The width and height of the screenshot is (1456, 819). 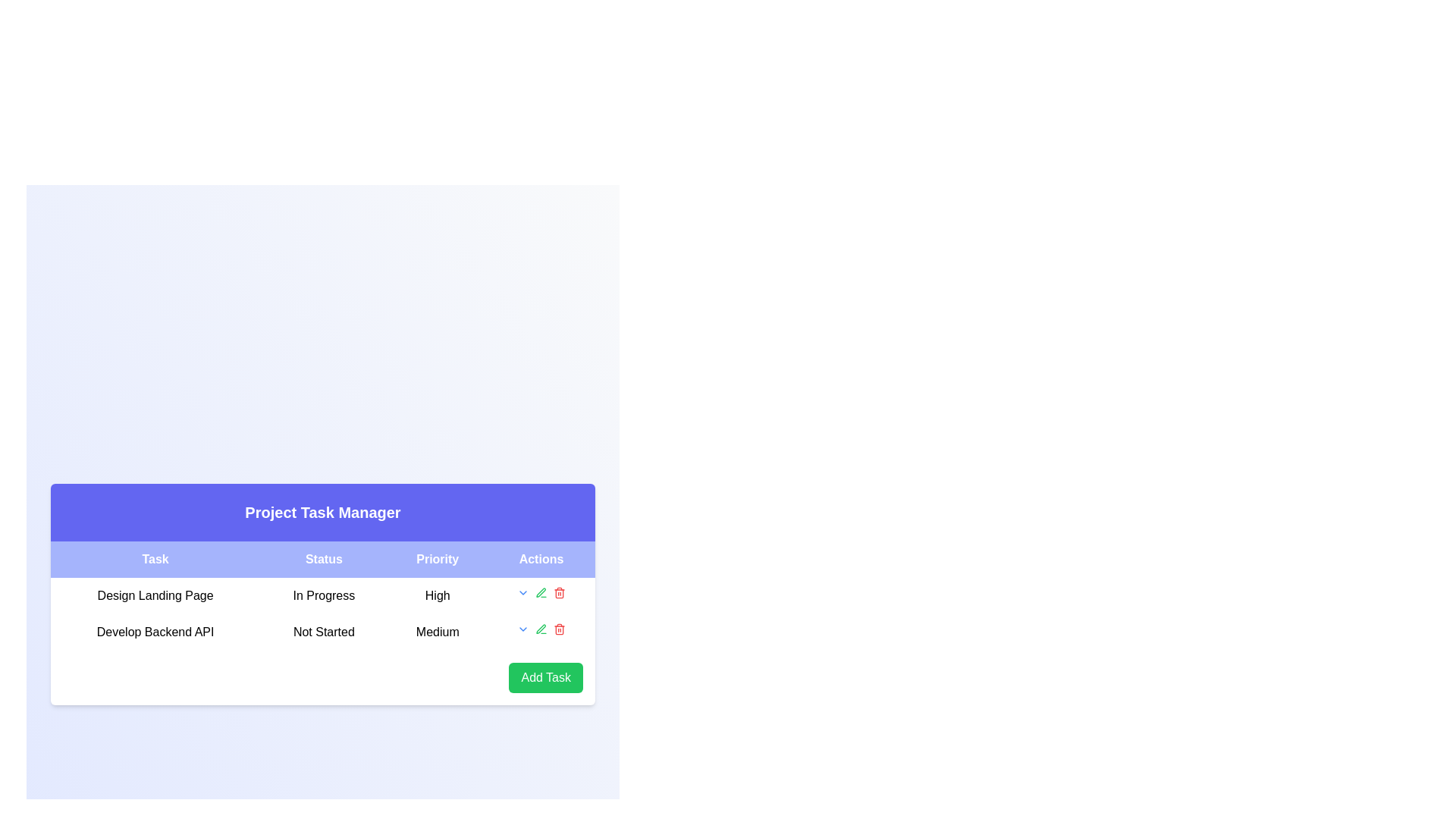 I want to click on the text in the cells of the first row of the task table, which includes details such as status, priority, and interaction options, so click(x=322, y=595).